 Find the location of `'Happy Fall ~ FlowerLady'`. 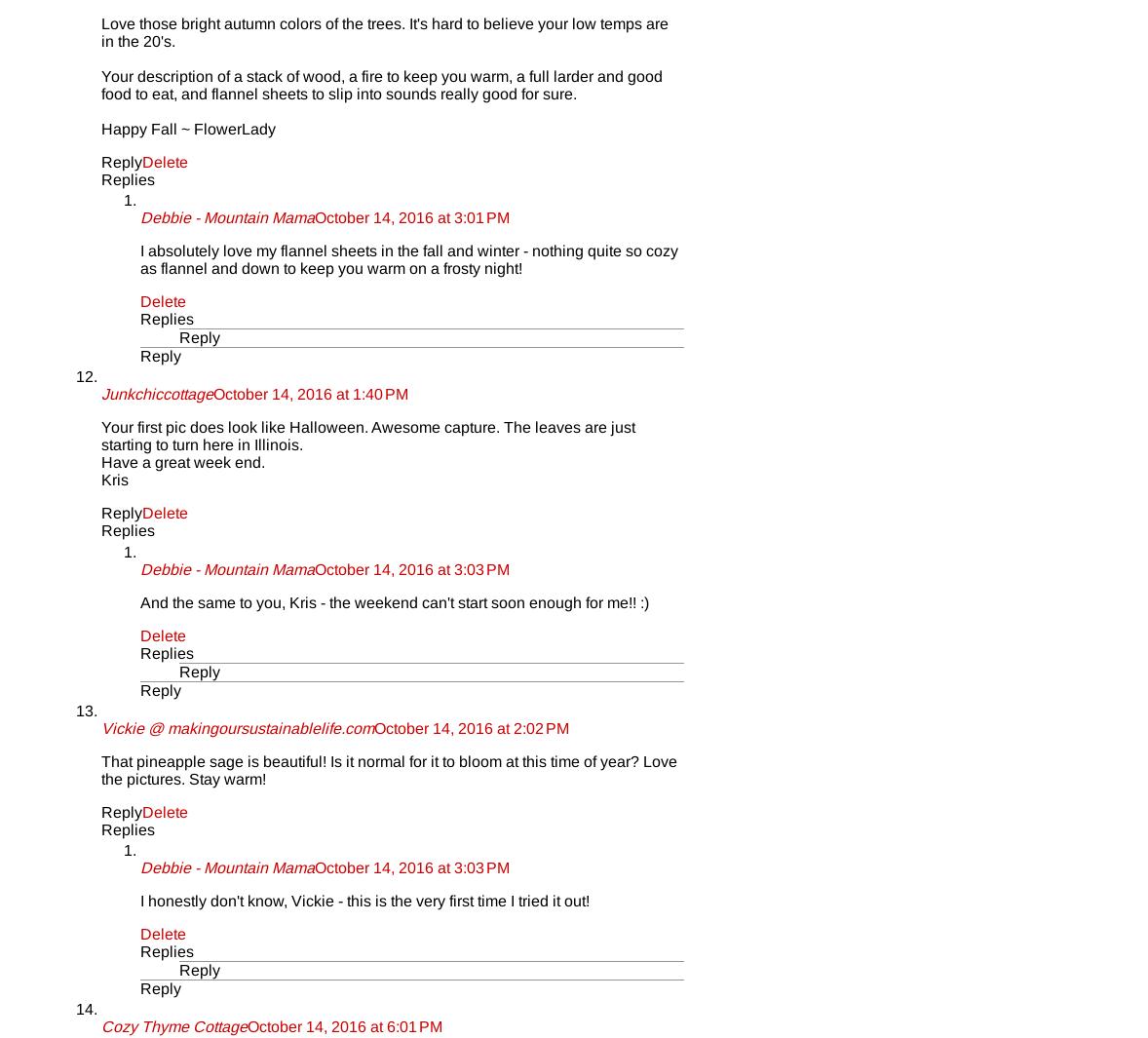

'Happy Fall ~ FlowerLady' is located at coordinates (187, 128).